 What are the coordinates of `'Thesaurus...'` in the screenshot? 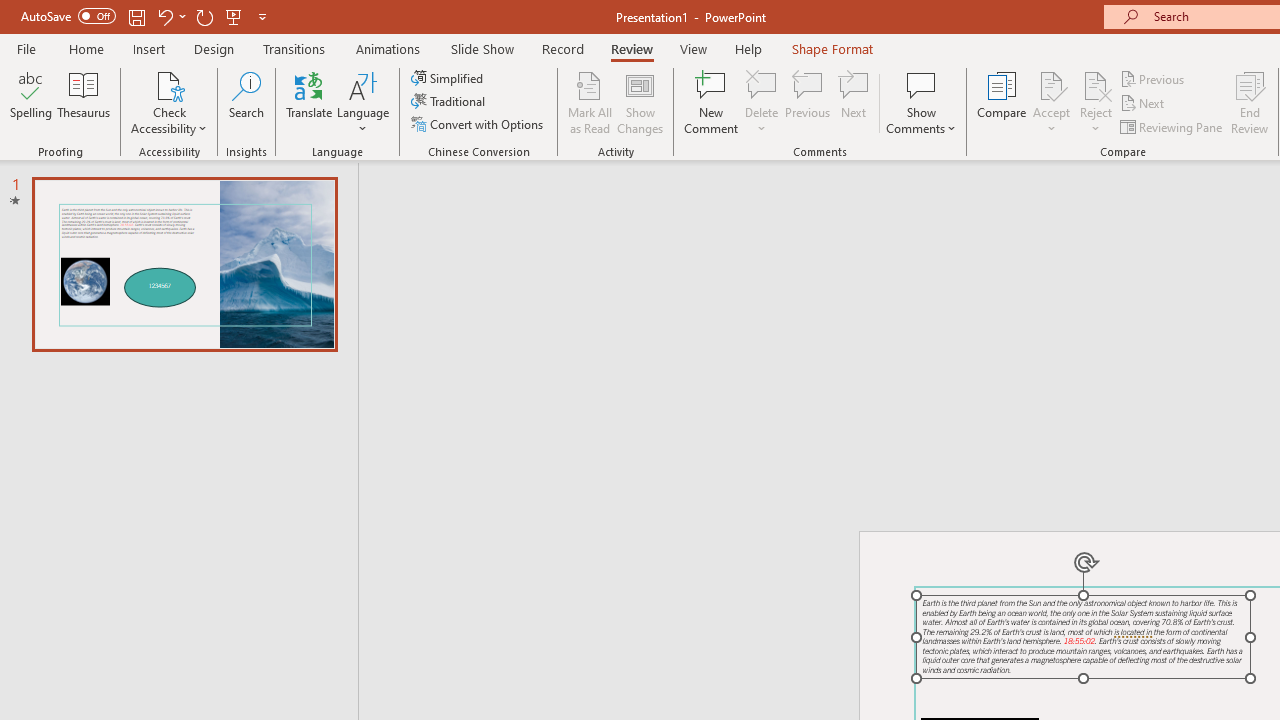 It's located at (82, 103).